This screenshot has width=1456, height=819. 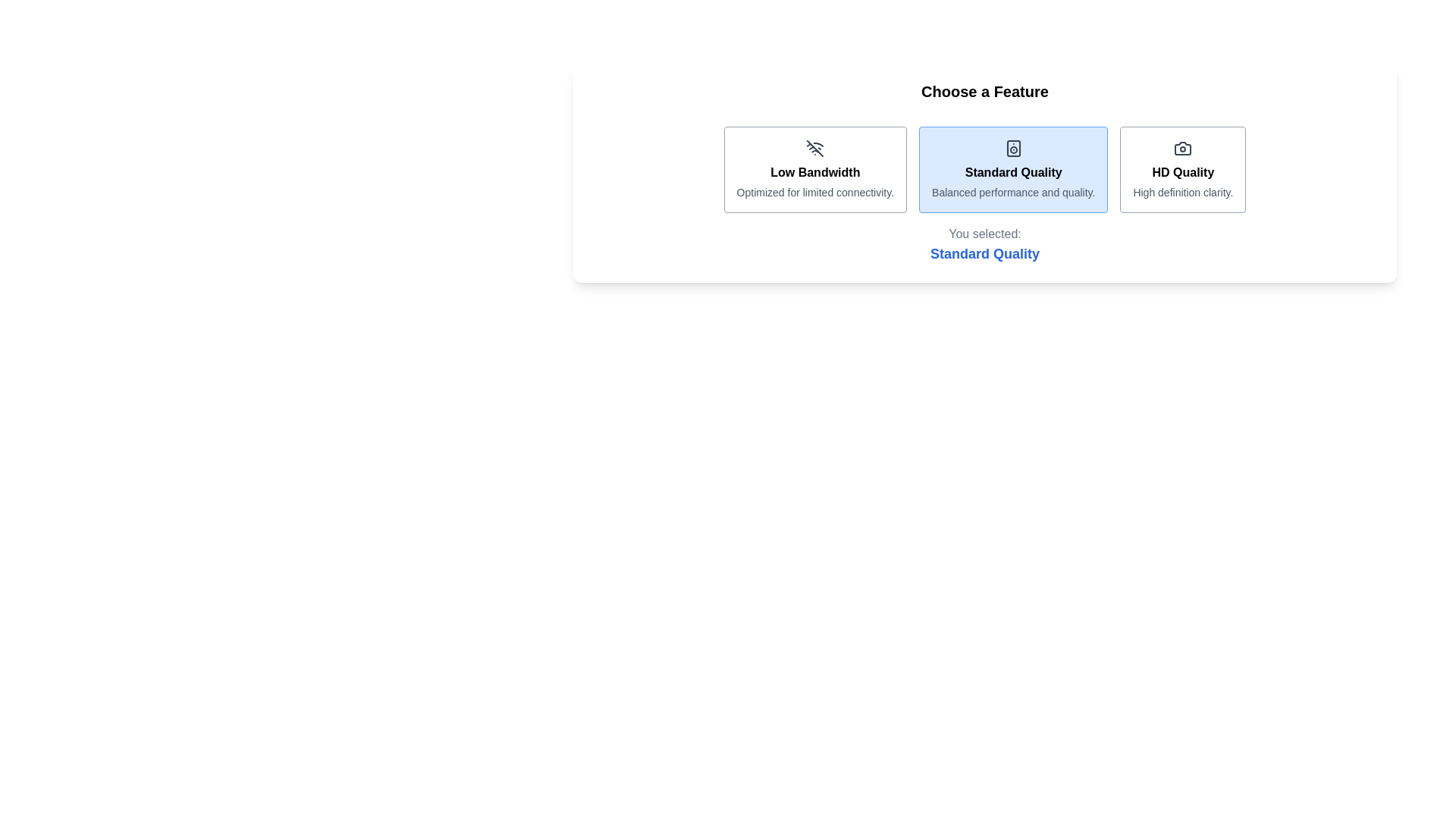 I want to click on the text label reading 'Balanced performance and quality.' which is styled with a small font size and gray color, located below the 'Standard Quality' label within a blue-highlighted selection box, so click(x=1013, y=192).